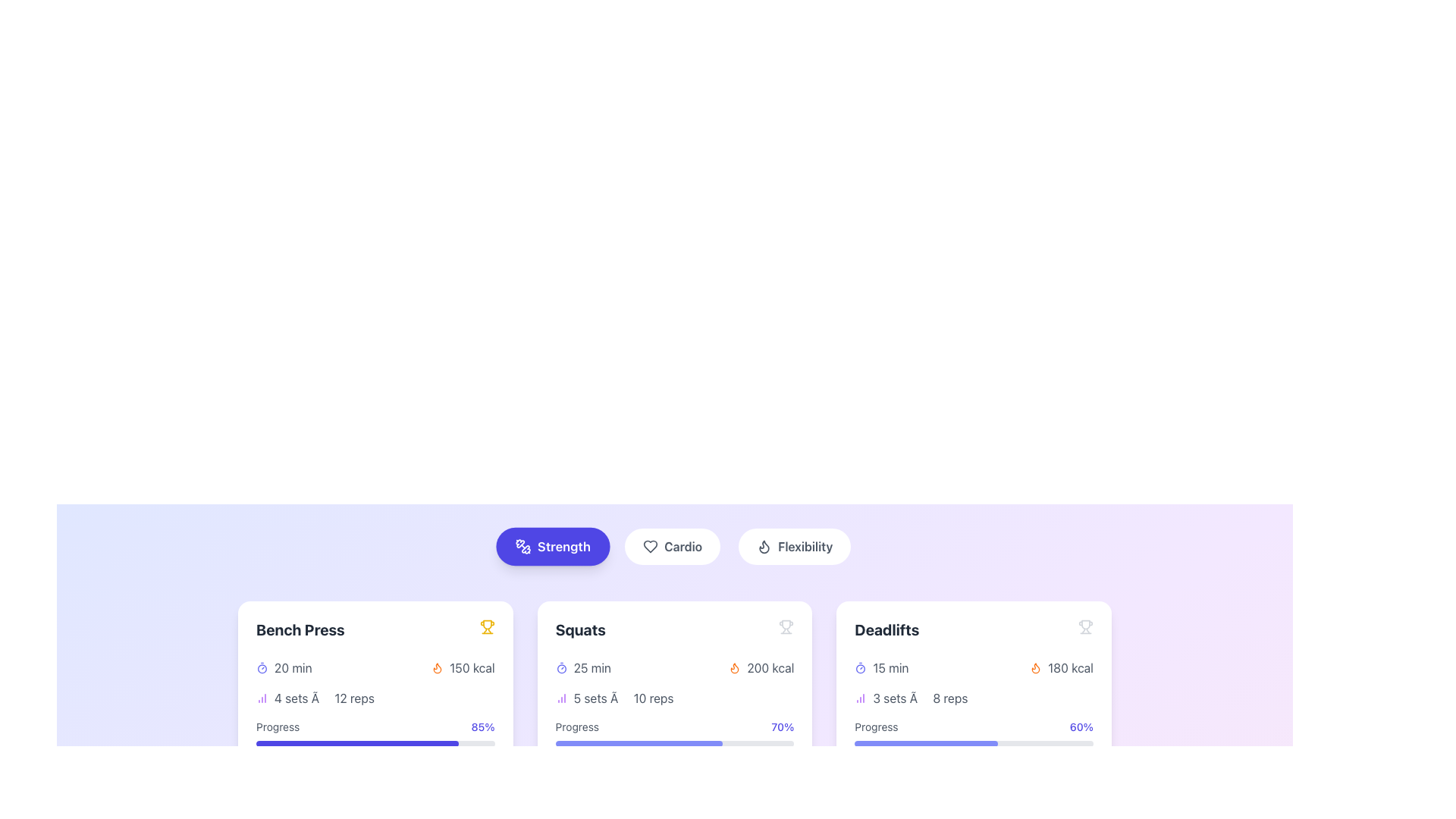 This screenshot has height=819, width=1456. I want to click on the 'Progress' bar indicating 'Deadlifts' progress at 60%, located below the 'Deadlifts' title in the third card from the left, so click(974, 742).